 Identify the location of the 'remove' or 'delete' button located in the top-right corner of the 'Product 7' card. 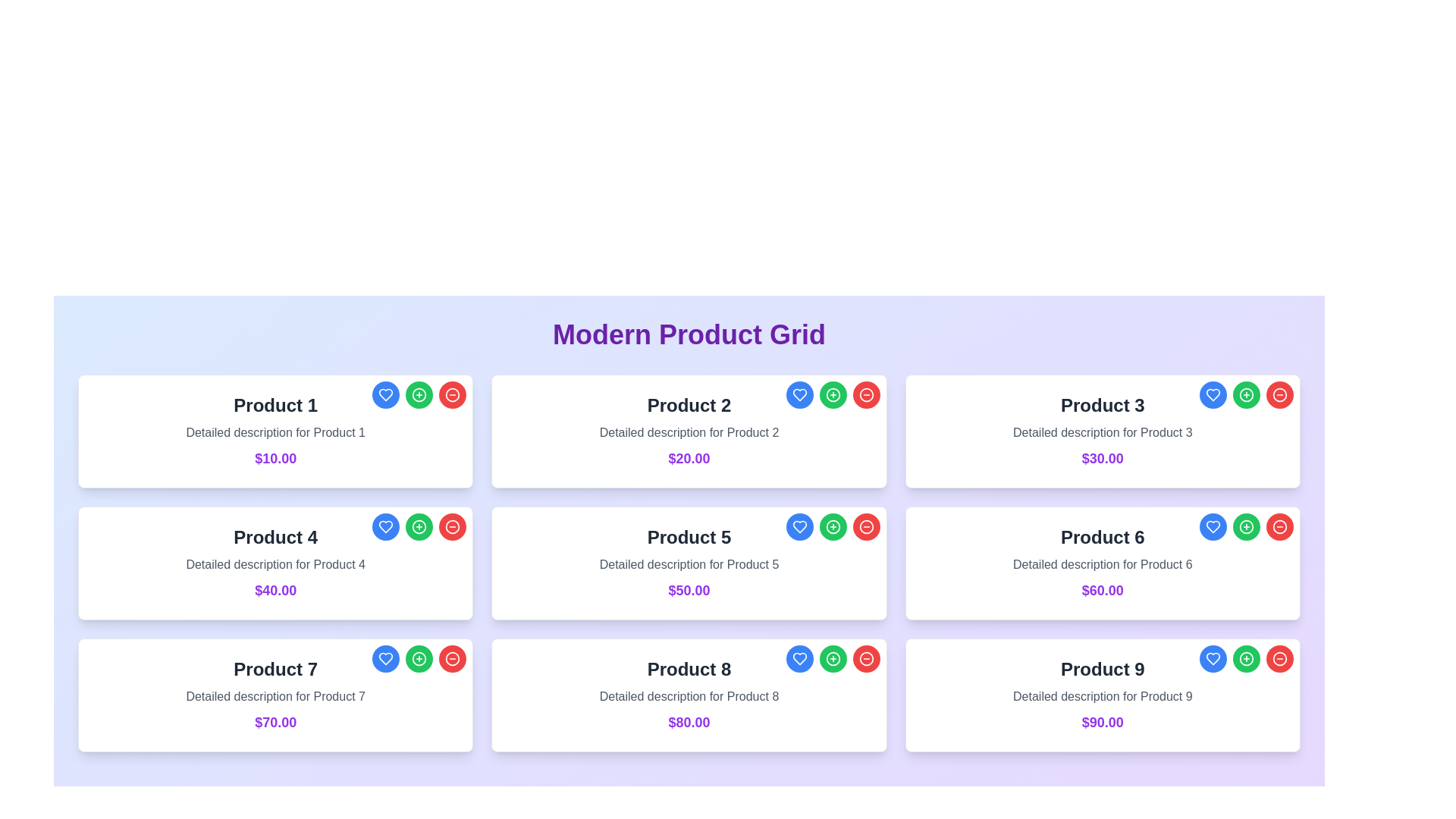
(451, 657).